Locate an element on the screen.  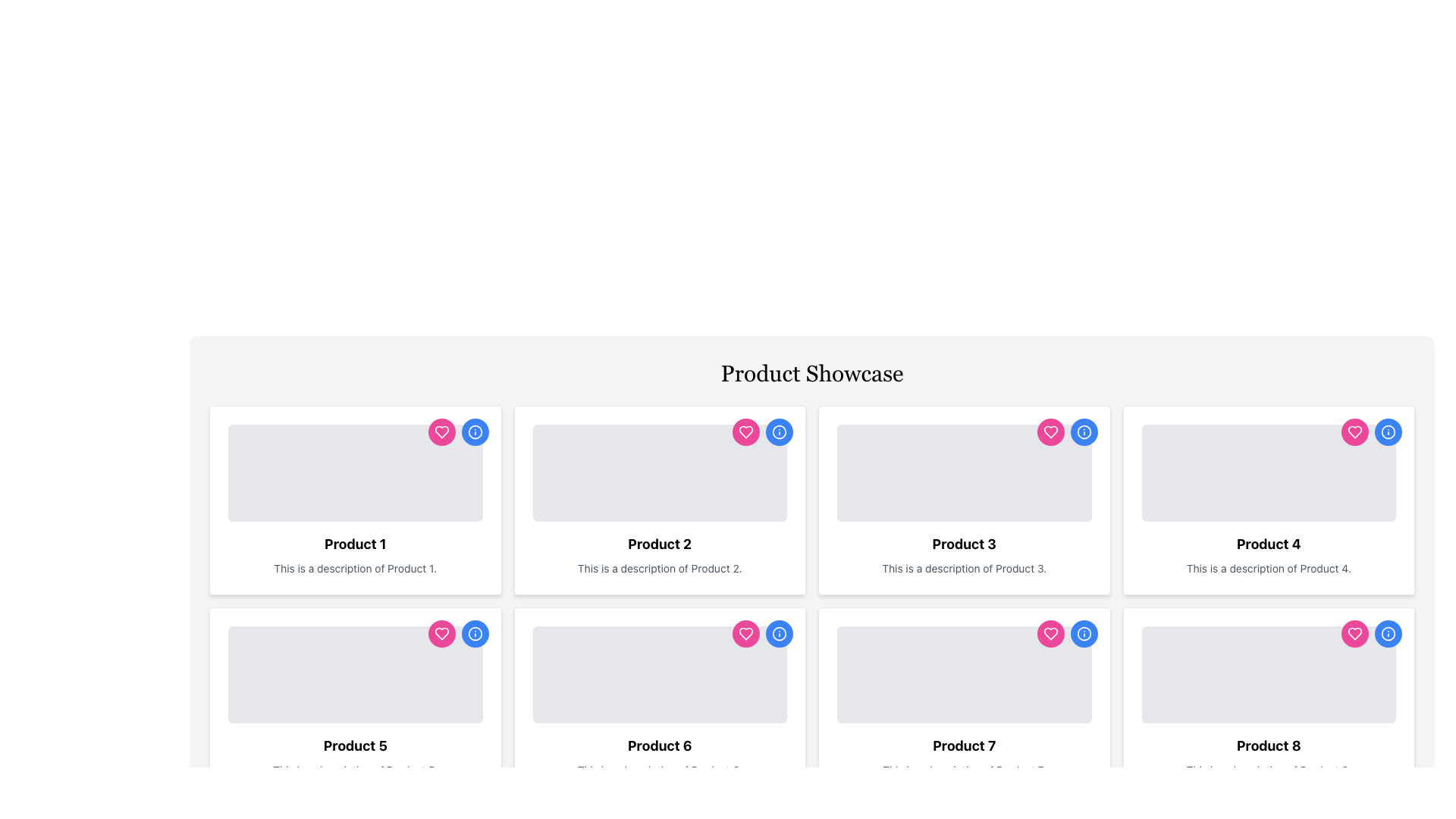
the like or favorite icon located in the top-right corner of the product card in the first column of the second row to mark the product as liked is located at coordinates (441, 634).